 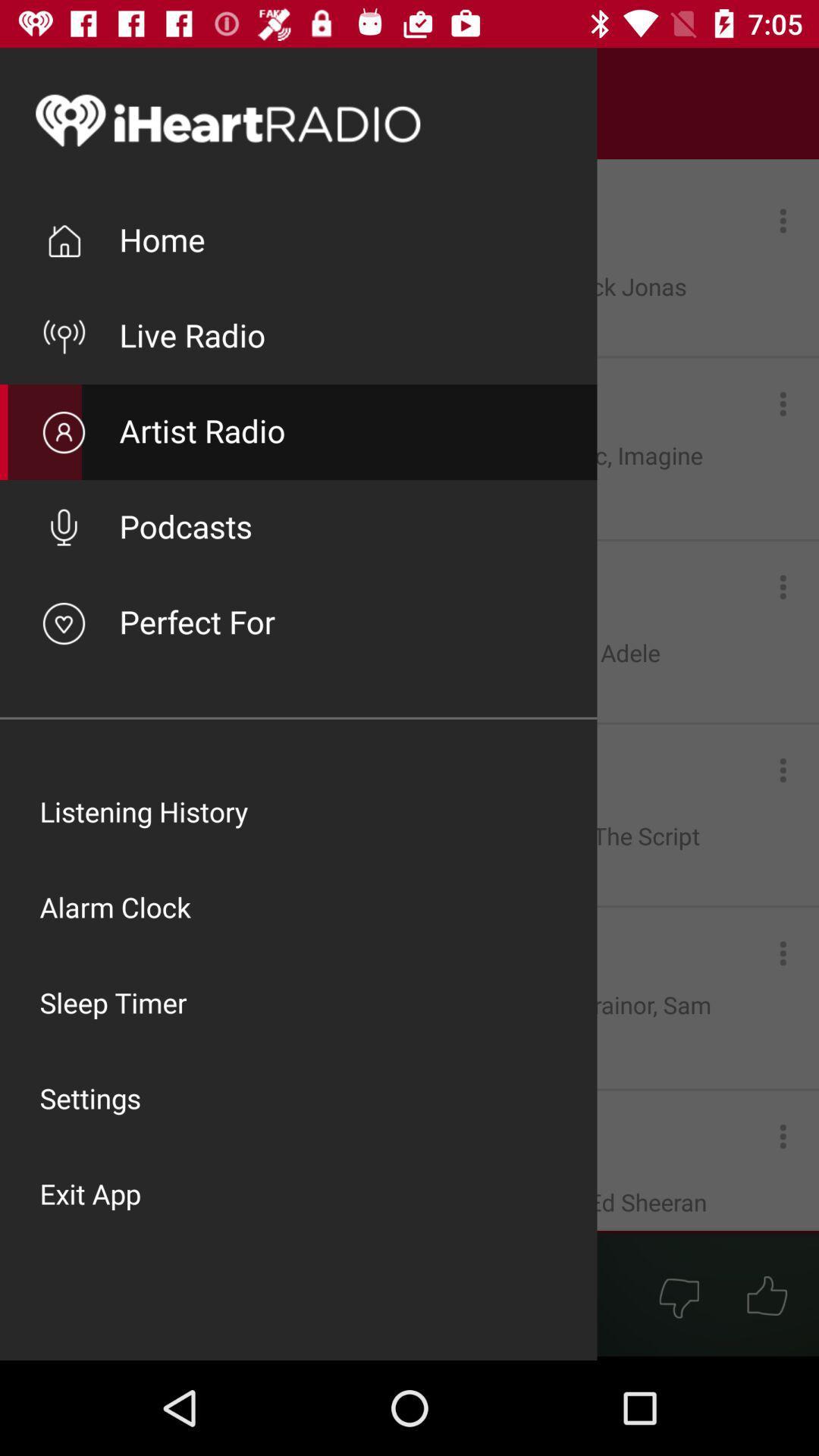 What do you see at coordinates (678, 1295) in the screenshot?
I see `the thumbs_down icon` at bounding box center [678, 1295].